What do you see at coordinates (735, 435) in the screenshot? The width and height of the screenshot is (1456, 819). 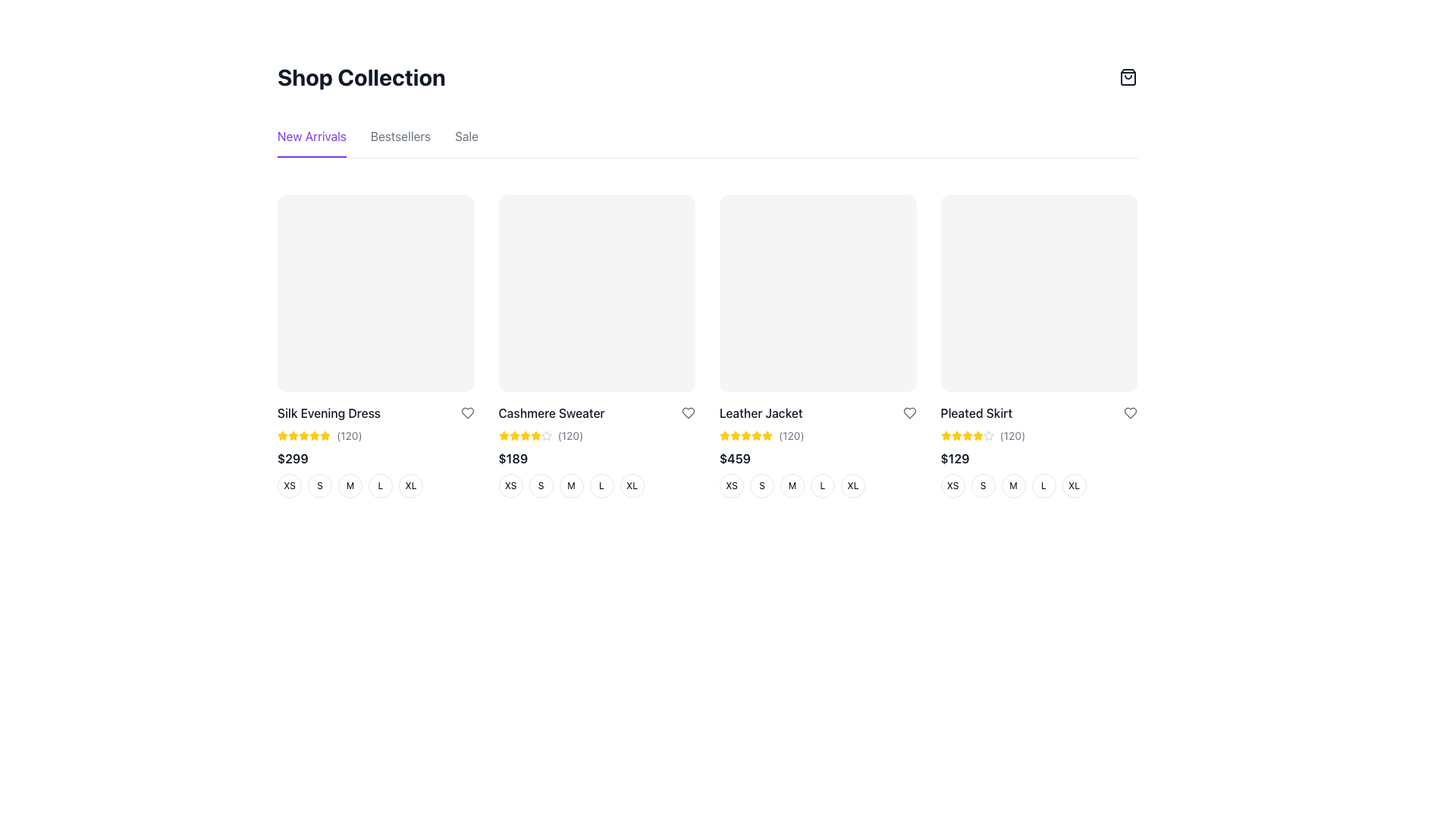 I see `the second star icon, which is yellow-filled and outlined, located under the item title 'Leather Jacket' in the shopping interface` at bounding box center [735, 435].